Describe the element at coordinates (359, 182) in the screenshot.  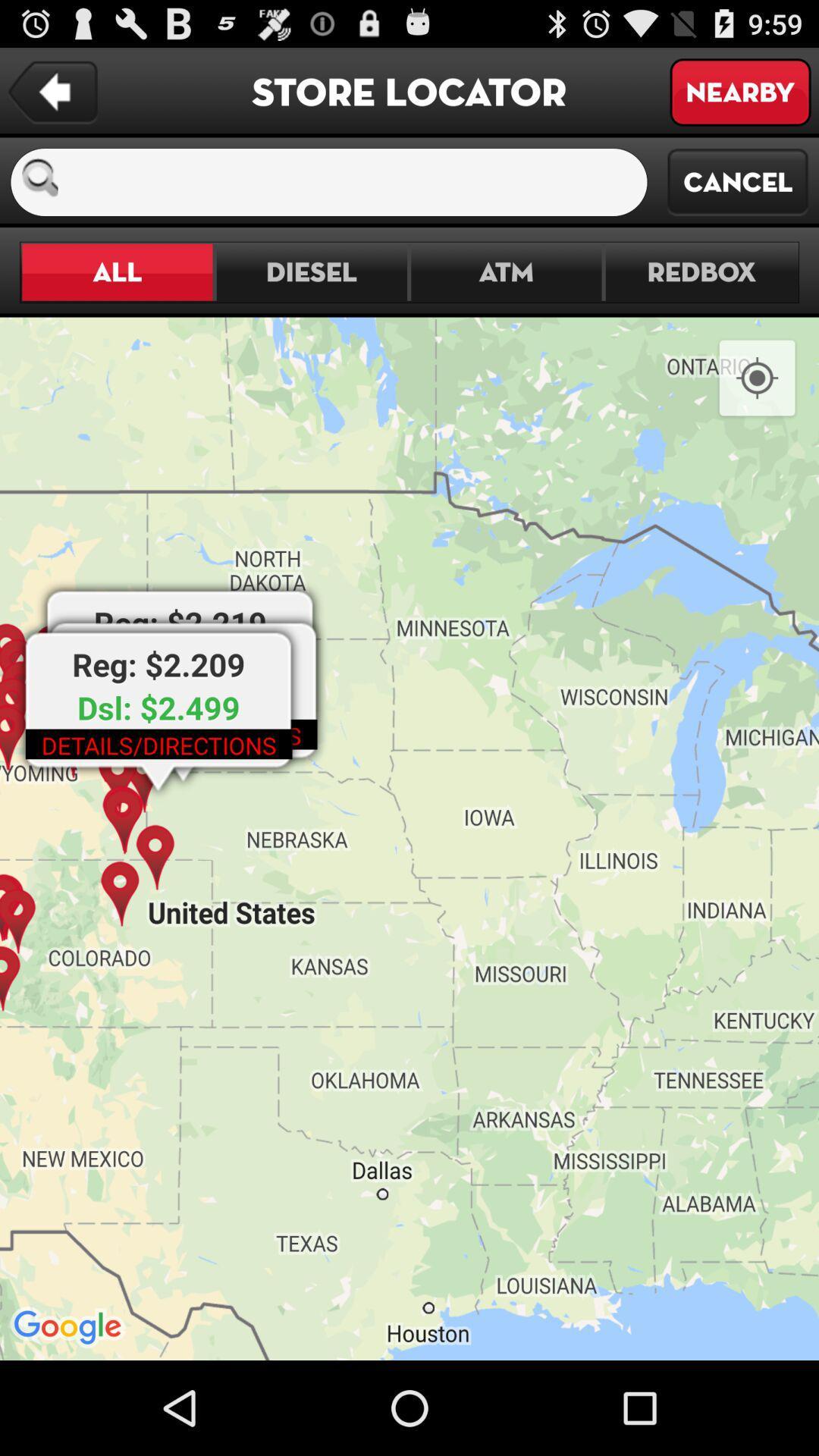
I see `search box` at that location.